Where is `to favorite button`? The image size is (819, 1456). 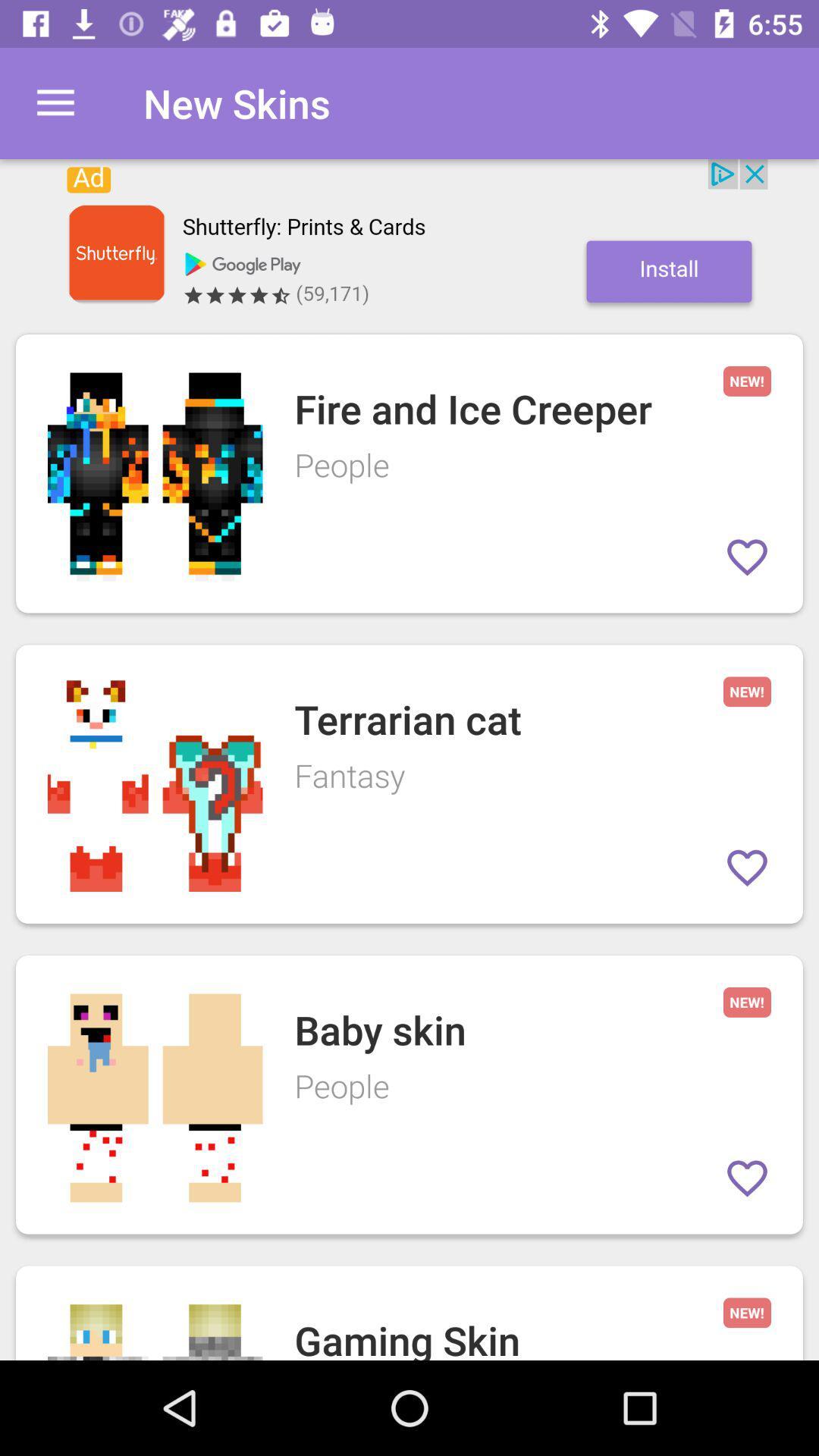 to favorite button is located at coordinates (746, 1178).